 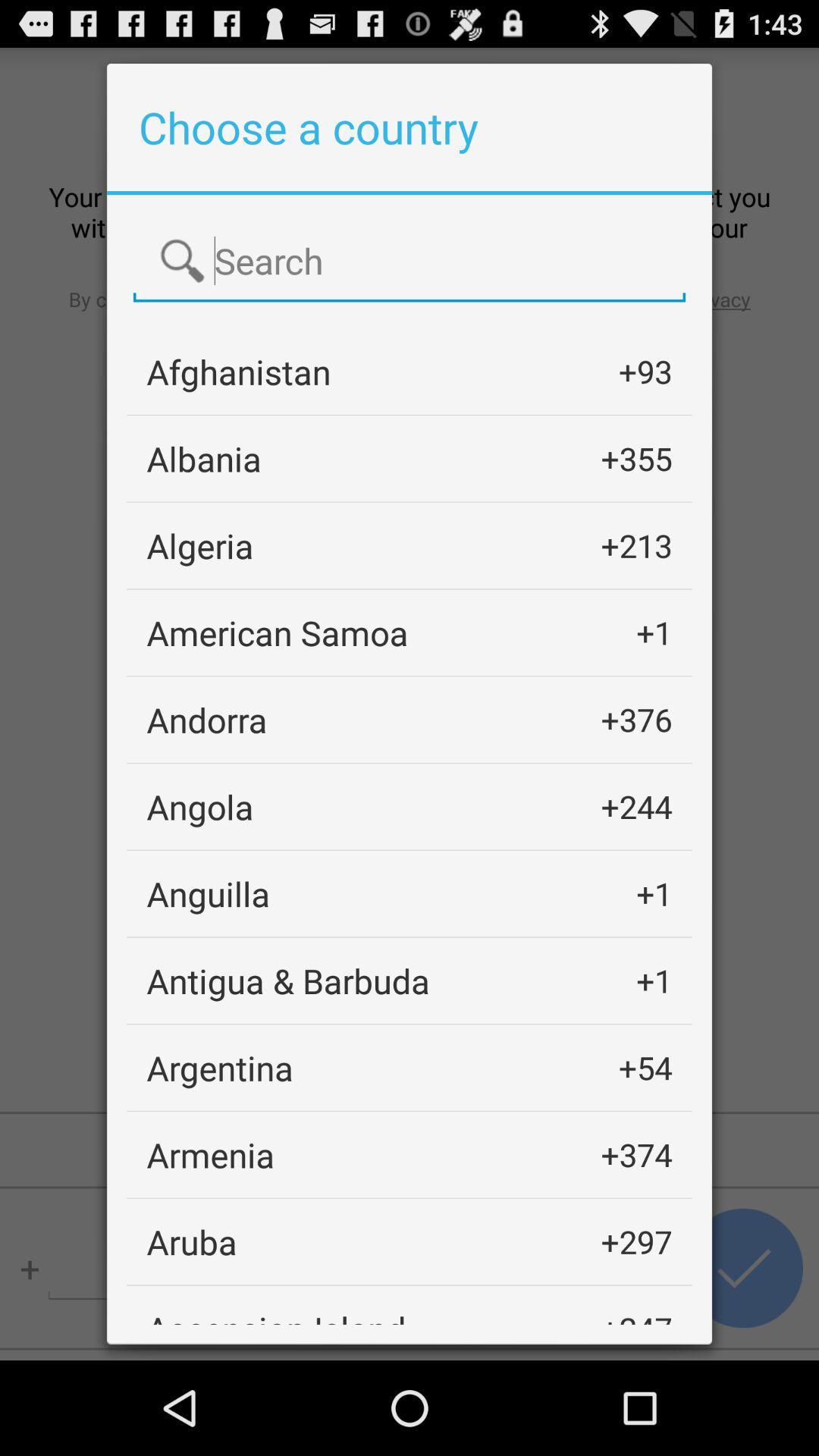 I want to click on the item to the right of aruba app, so click(x=636, y=1241).